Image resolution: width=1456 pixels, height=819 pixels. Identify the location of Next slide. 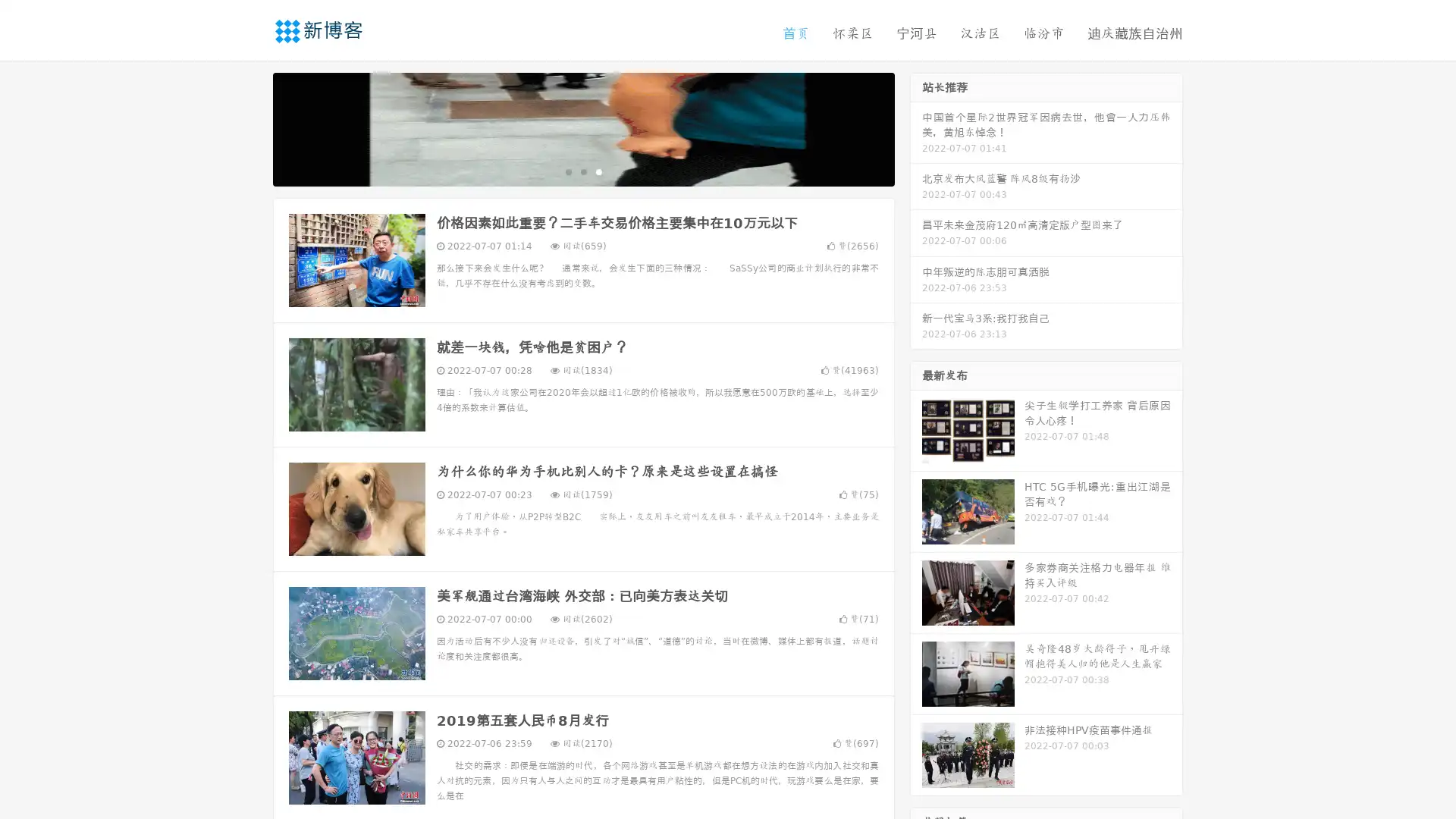
(916, 127).